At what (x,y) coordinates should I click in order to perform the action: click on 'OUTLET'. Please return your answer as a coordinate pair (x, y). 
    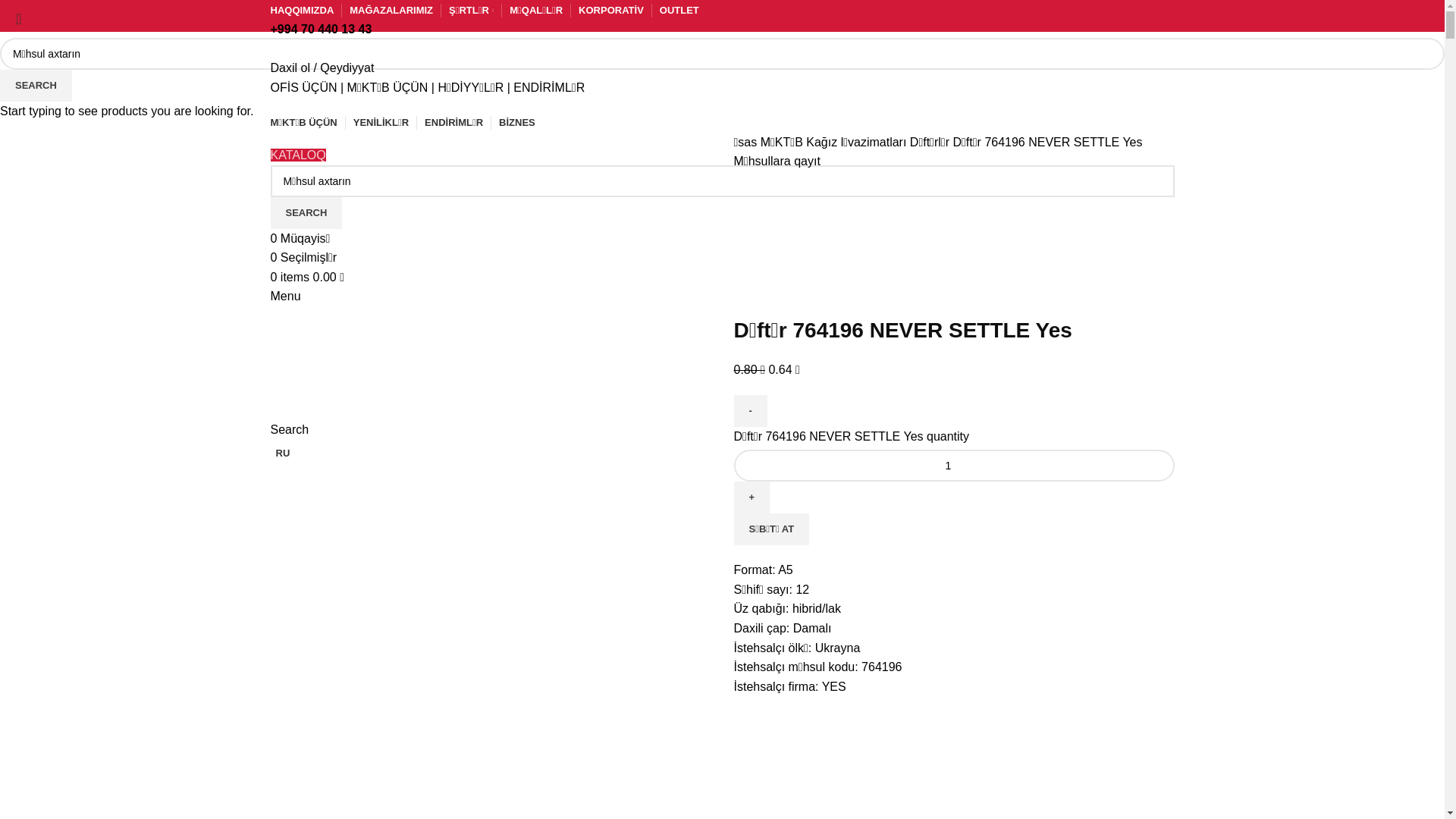
    Looking at the image, I should click on (679, 11).